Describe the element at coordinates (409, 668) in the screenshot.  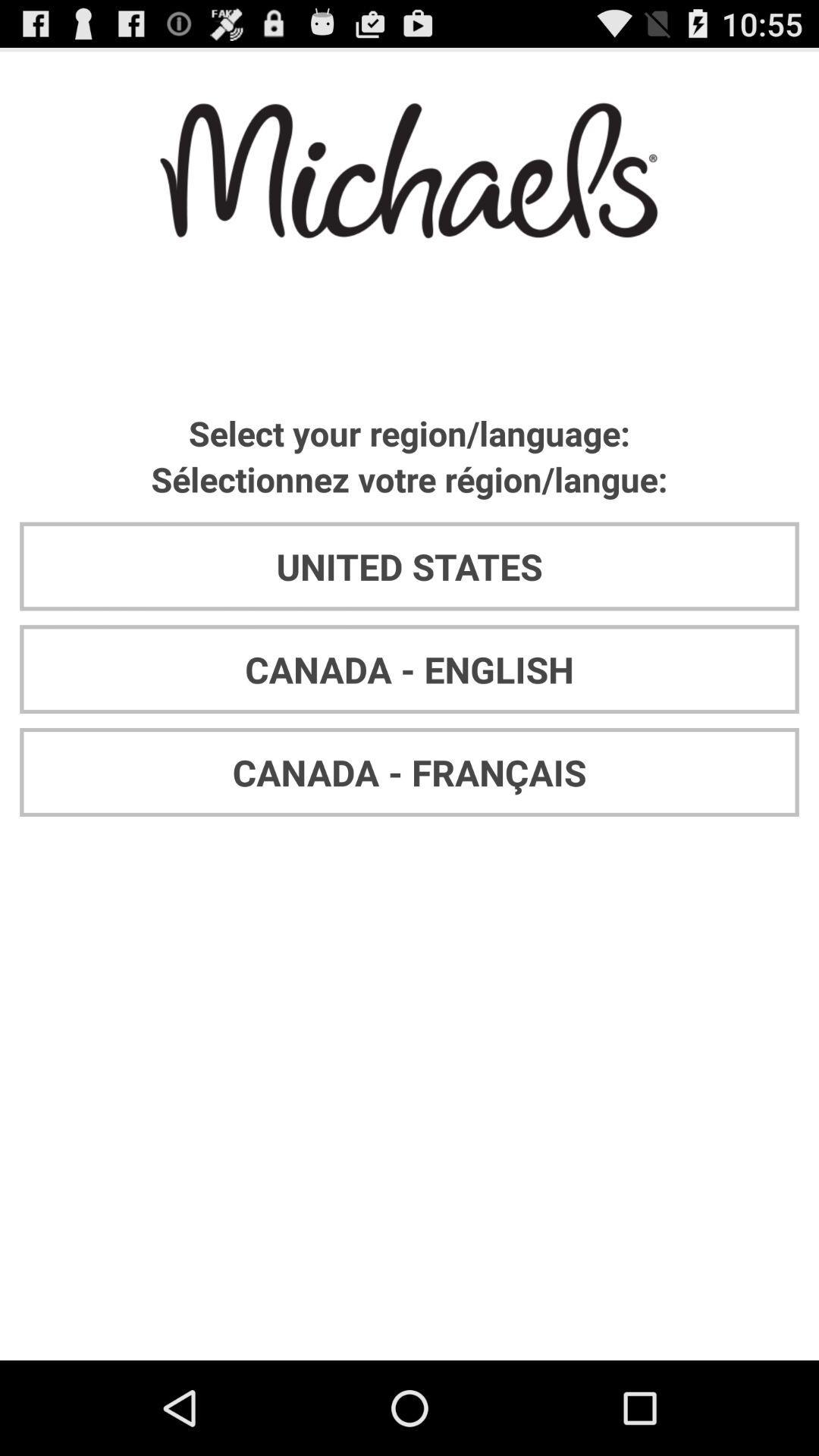
I see `the canada - english app` at that location.